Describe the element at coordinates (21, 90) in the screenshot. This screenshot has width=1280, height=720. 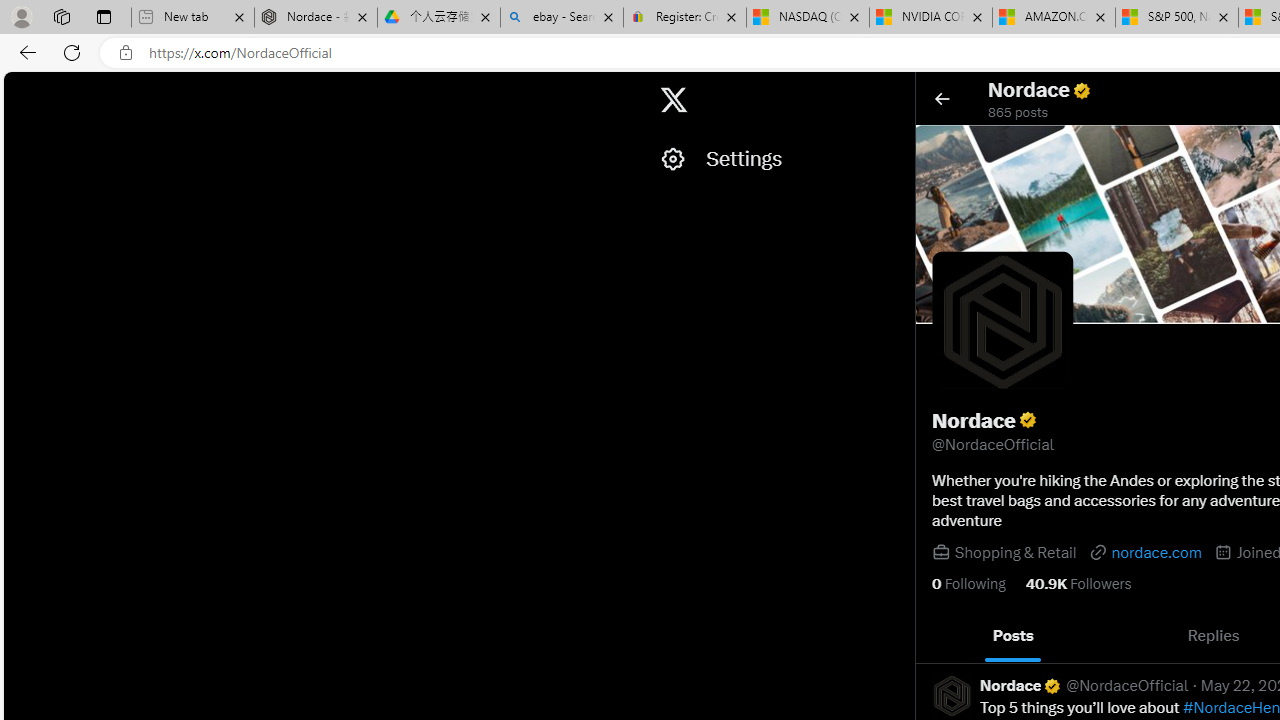
I see `'Skip to home timeline'` at that location.